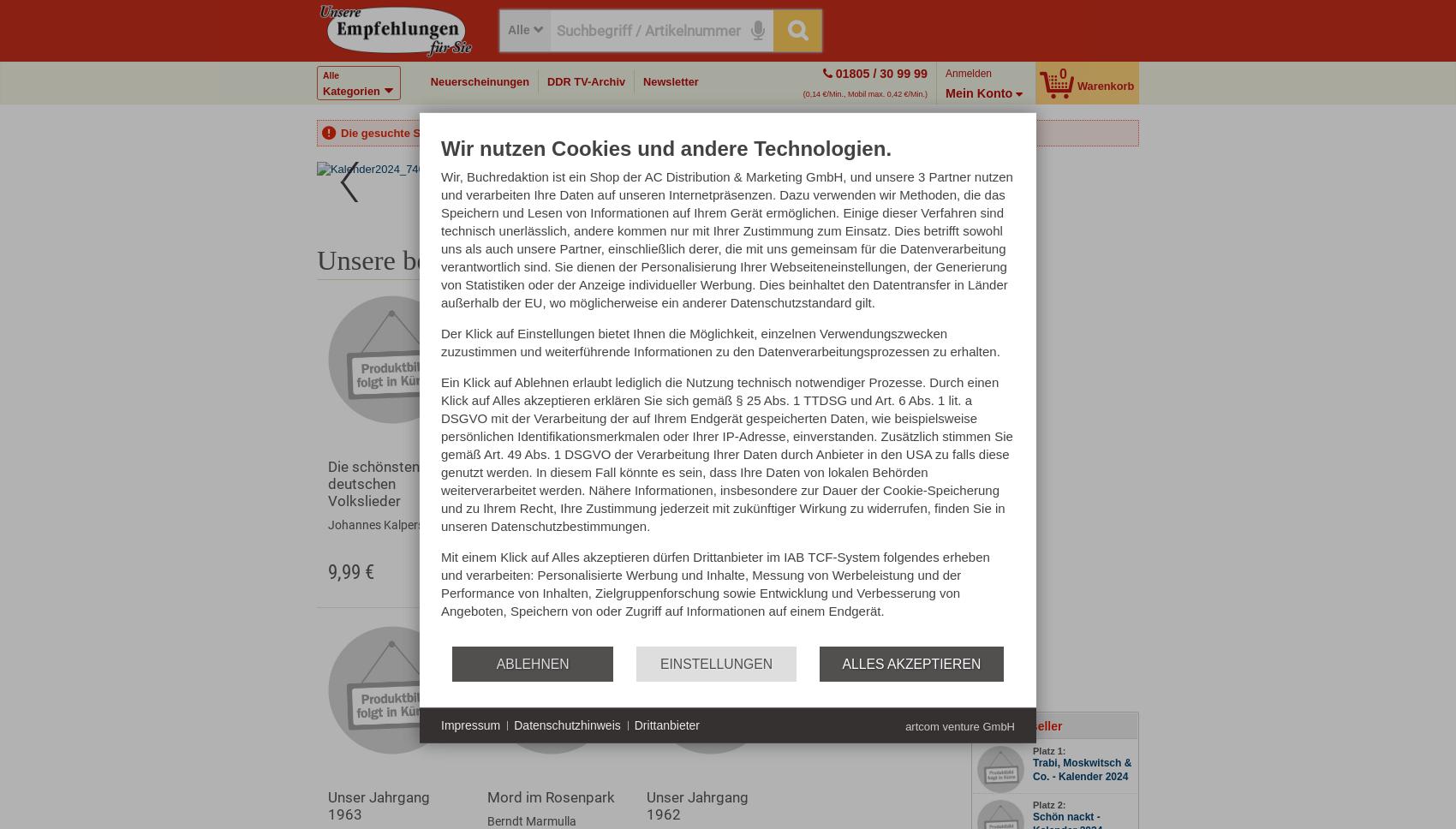 This screenshot has width=1456, height=829. I want to click on 'Trabi, Moskwitsch & Co. - Kalender 2024', so click(1081, 769).